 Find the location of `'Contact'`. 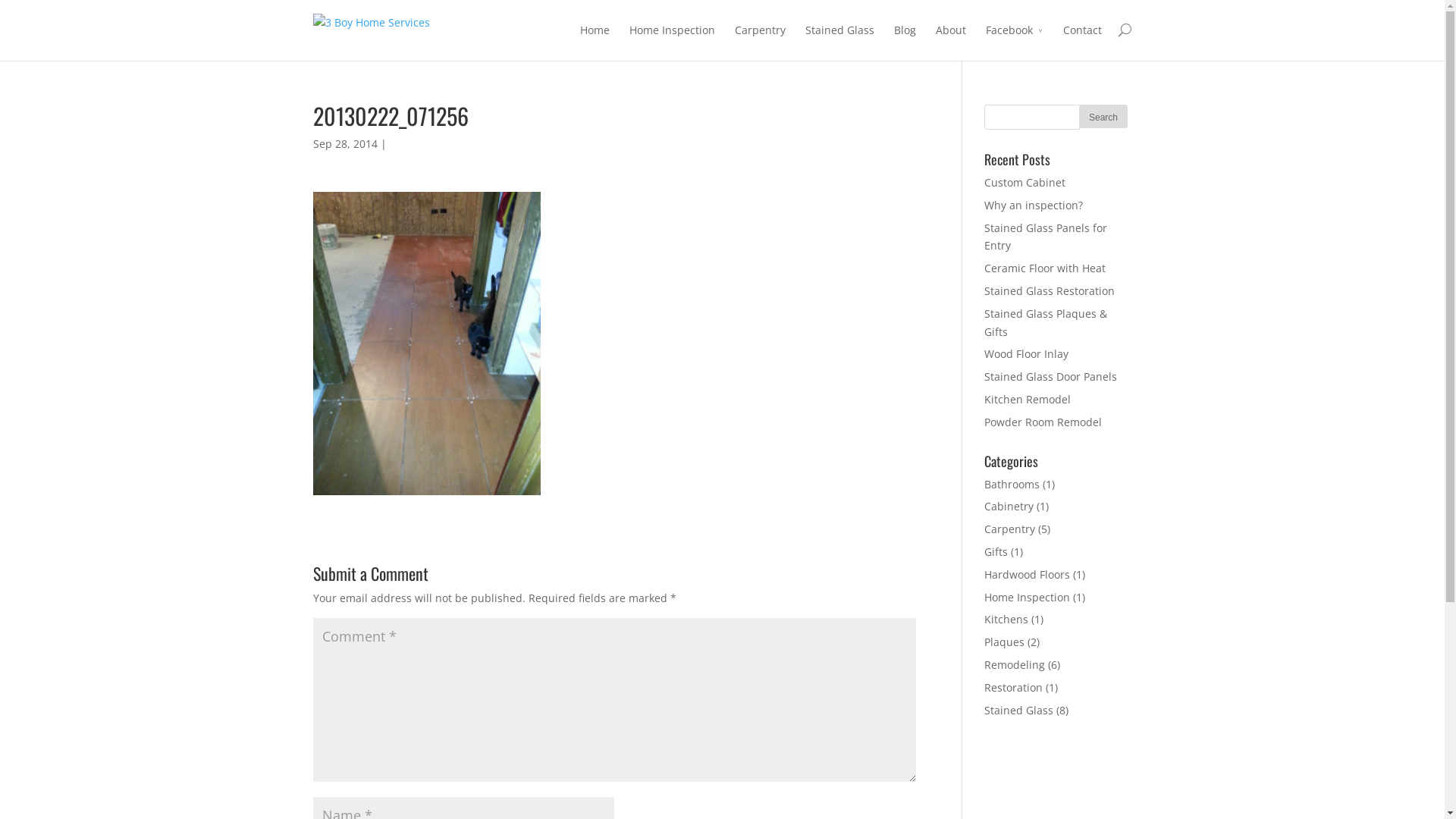

'Contact' is located at coordinates (1062, 40).